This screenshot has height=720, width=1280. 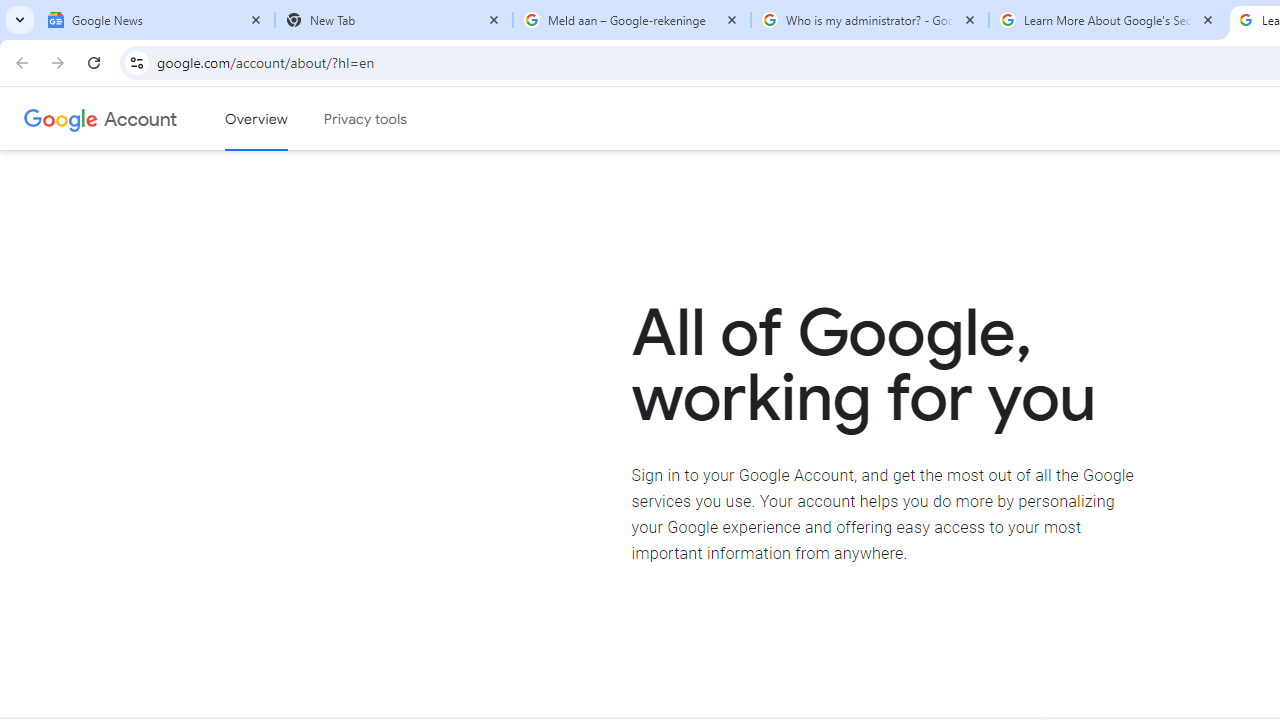 I want to click on 'Back', so click(x=19, y=61).